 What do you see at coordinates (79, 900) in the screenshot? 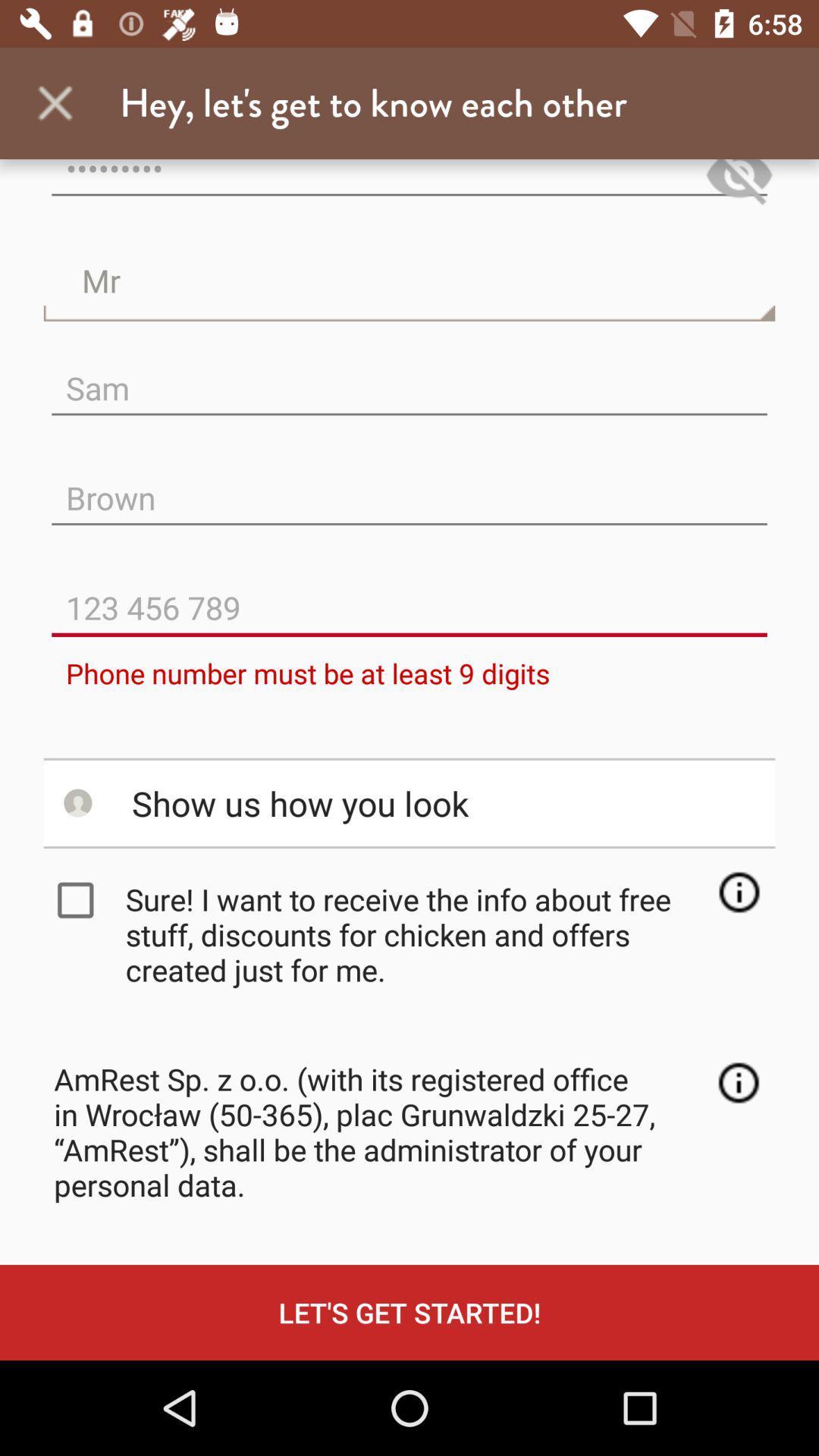
I see `agree to receive news` at bounding box center [79, 900].